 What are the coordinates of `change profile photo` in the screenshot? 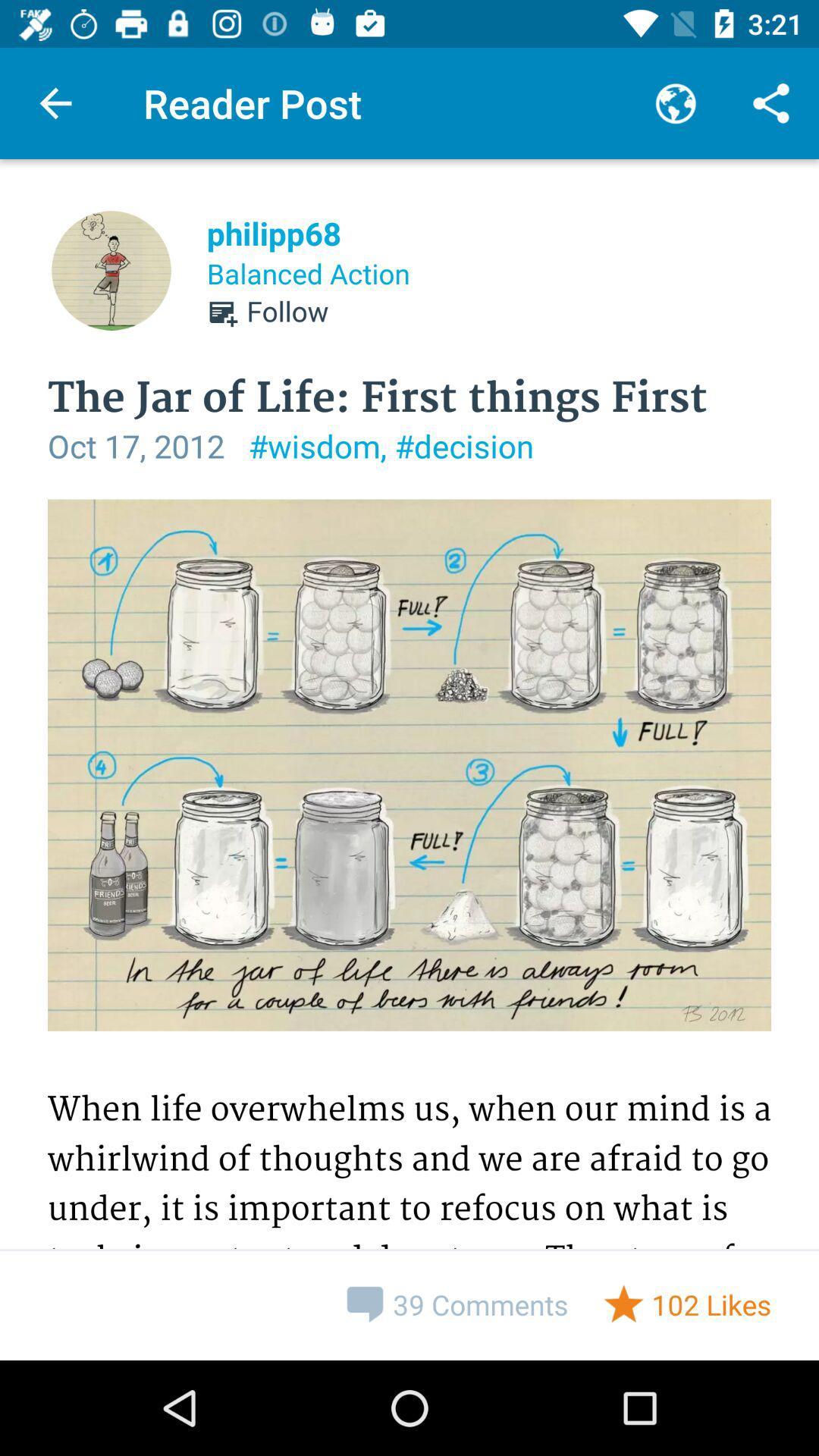 It's located at (110, 270).